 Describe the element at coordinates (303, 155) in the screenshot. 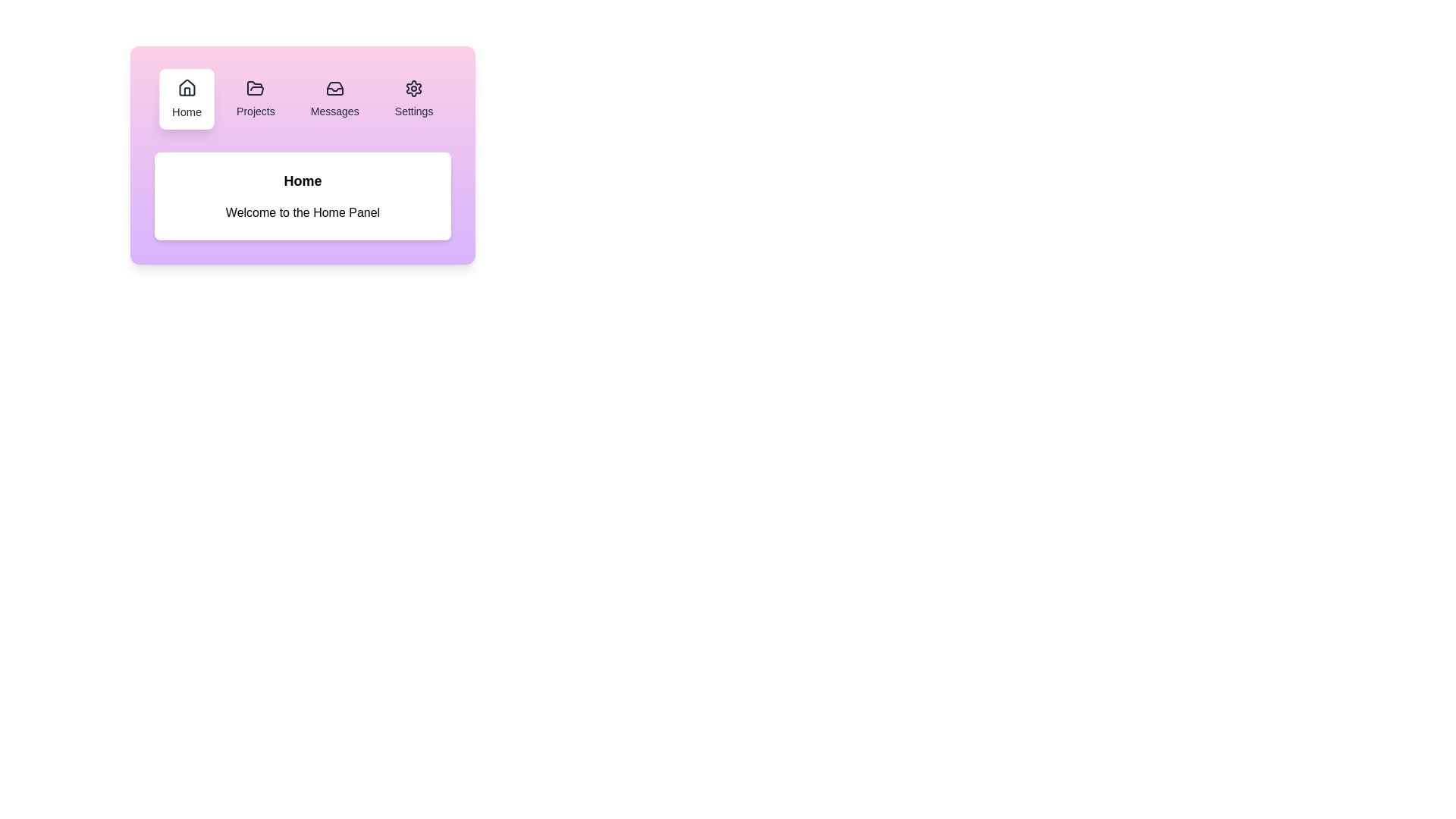

I see `welcome message displayed in the white panel labeled 'Home' below the navigation tabs of the rounded rectangular Navigation panel with a gradient background` at that location.